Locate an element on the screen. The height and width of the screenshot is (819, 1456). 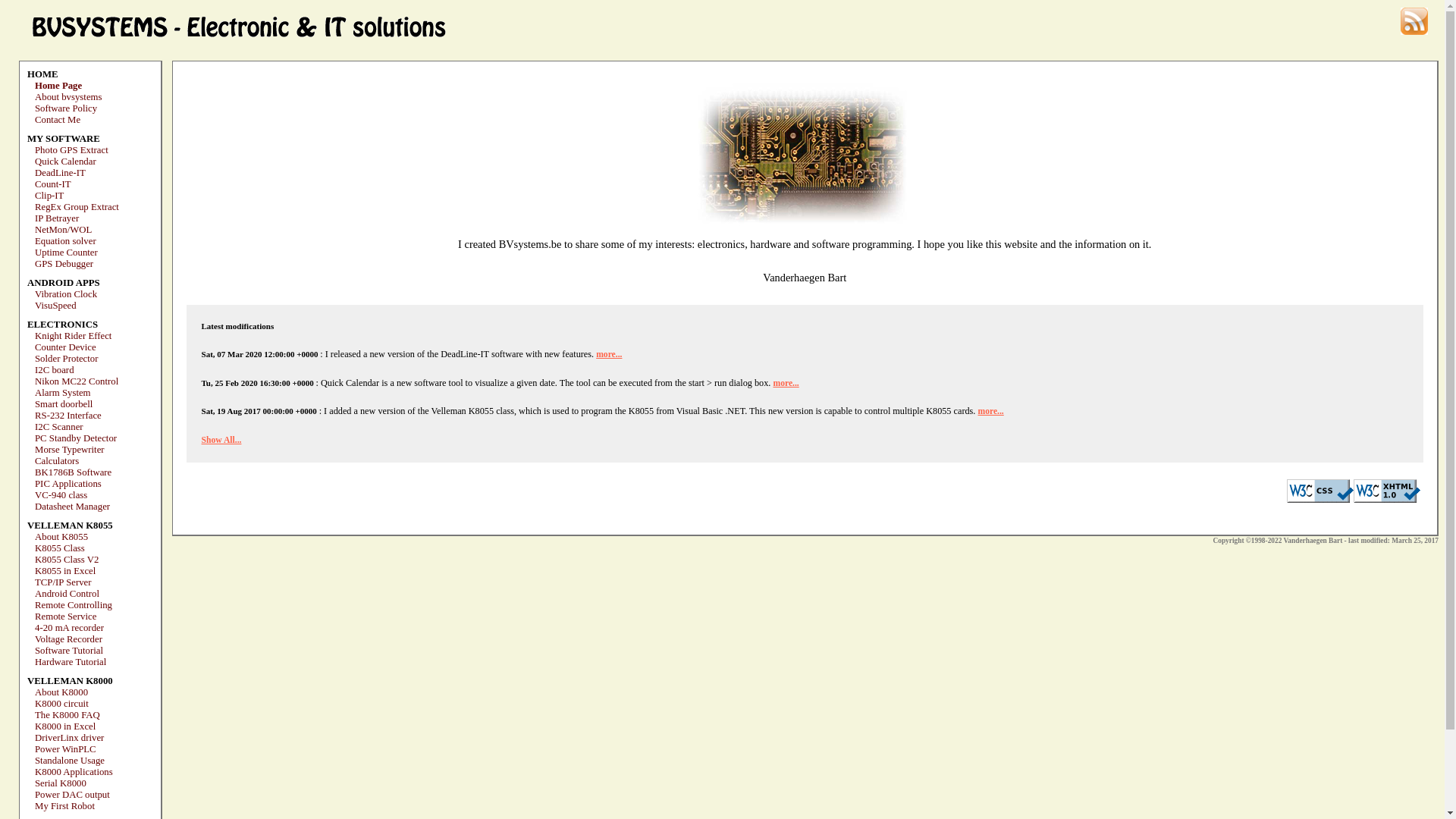
'K8000 circuit' is located at coordinates (61, 704).